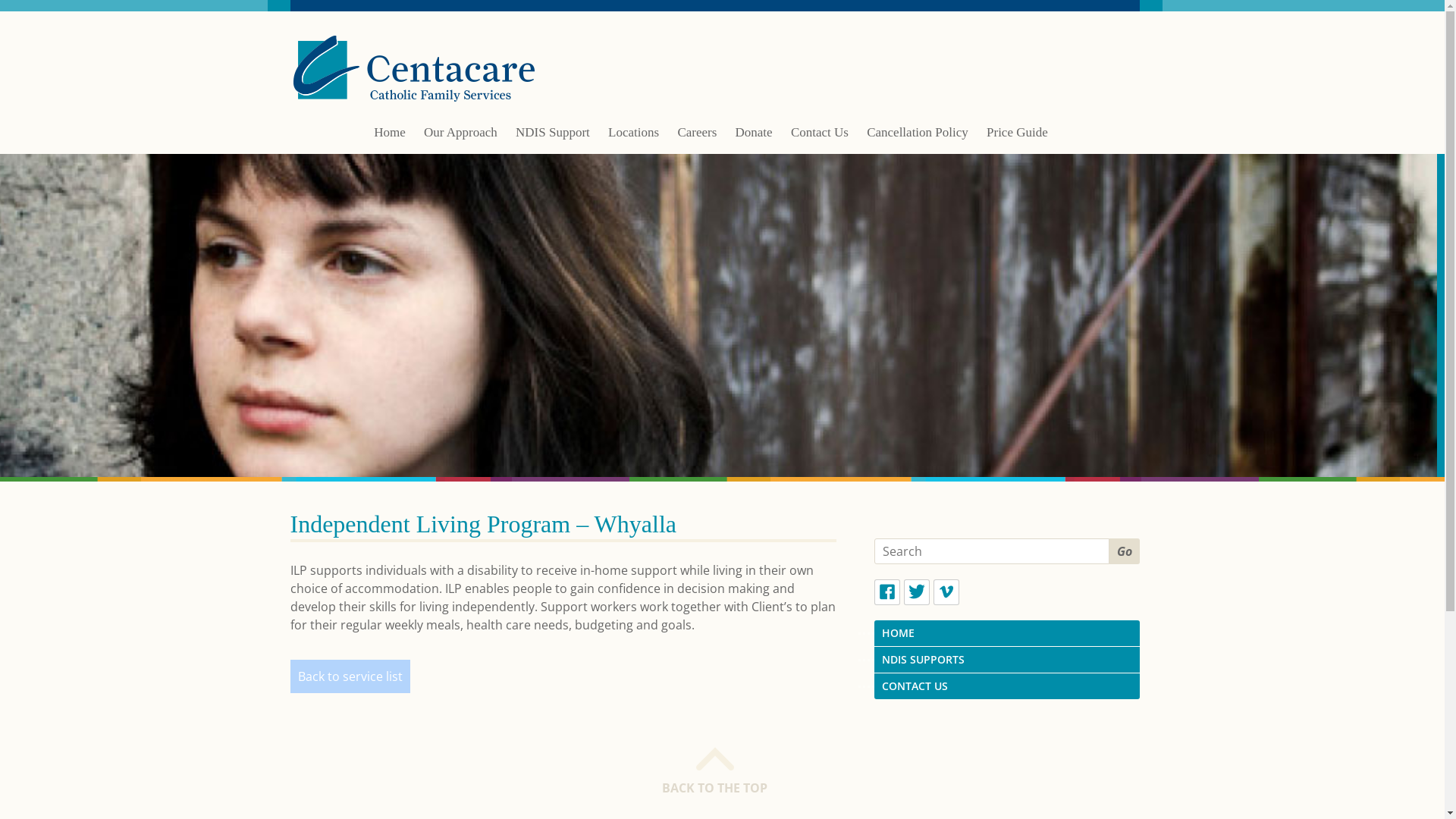 This screenshot has width=1456, height=819. I want to click on 'Careers', so click(695, 140).